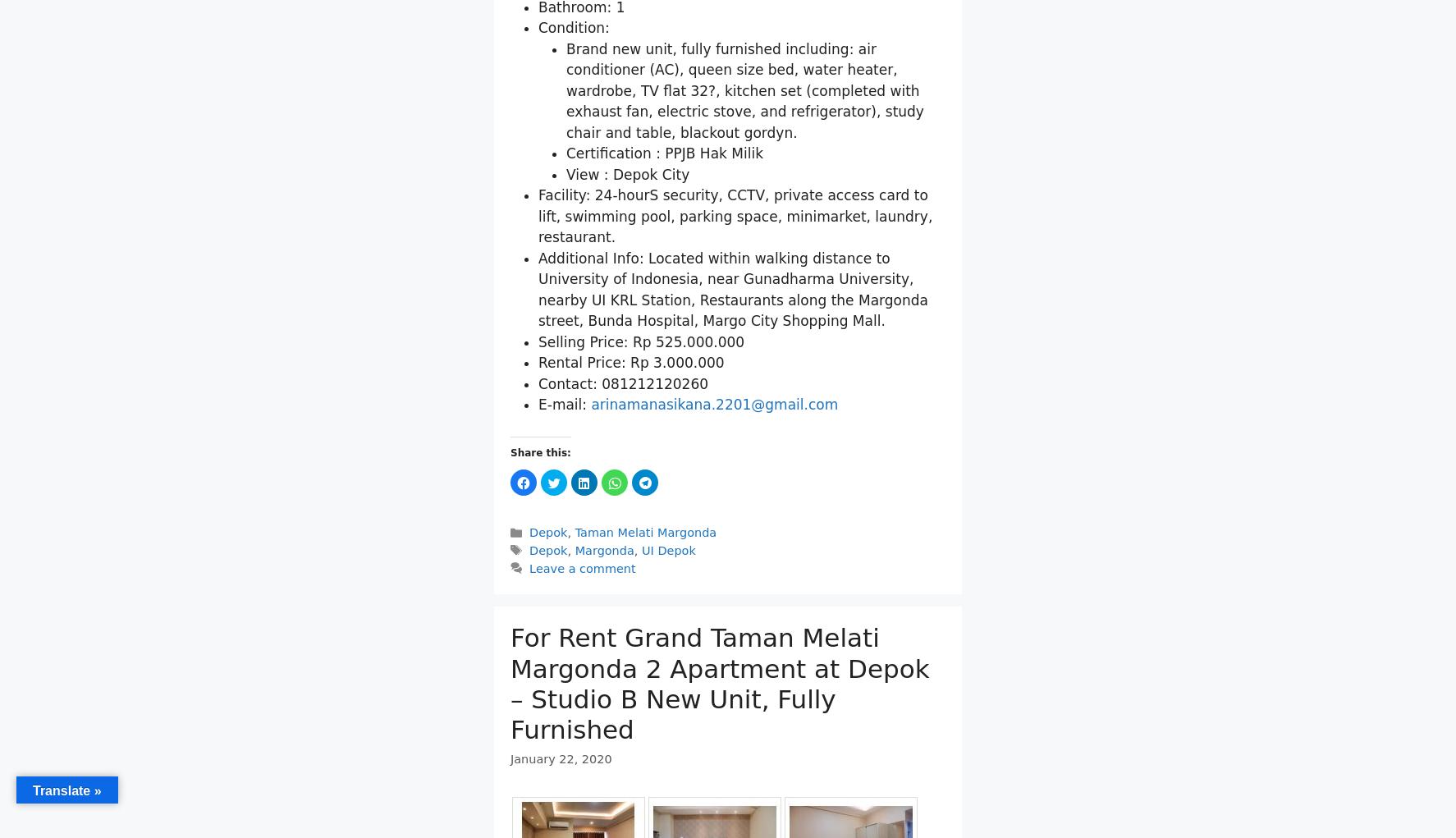 This screenshot has width=1456, height=838. What do you see at coordinates (564, 404) in the screenshot?
I see `'E-mail:'` at bounding box center [564, 404].